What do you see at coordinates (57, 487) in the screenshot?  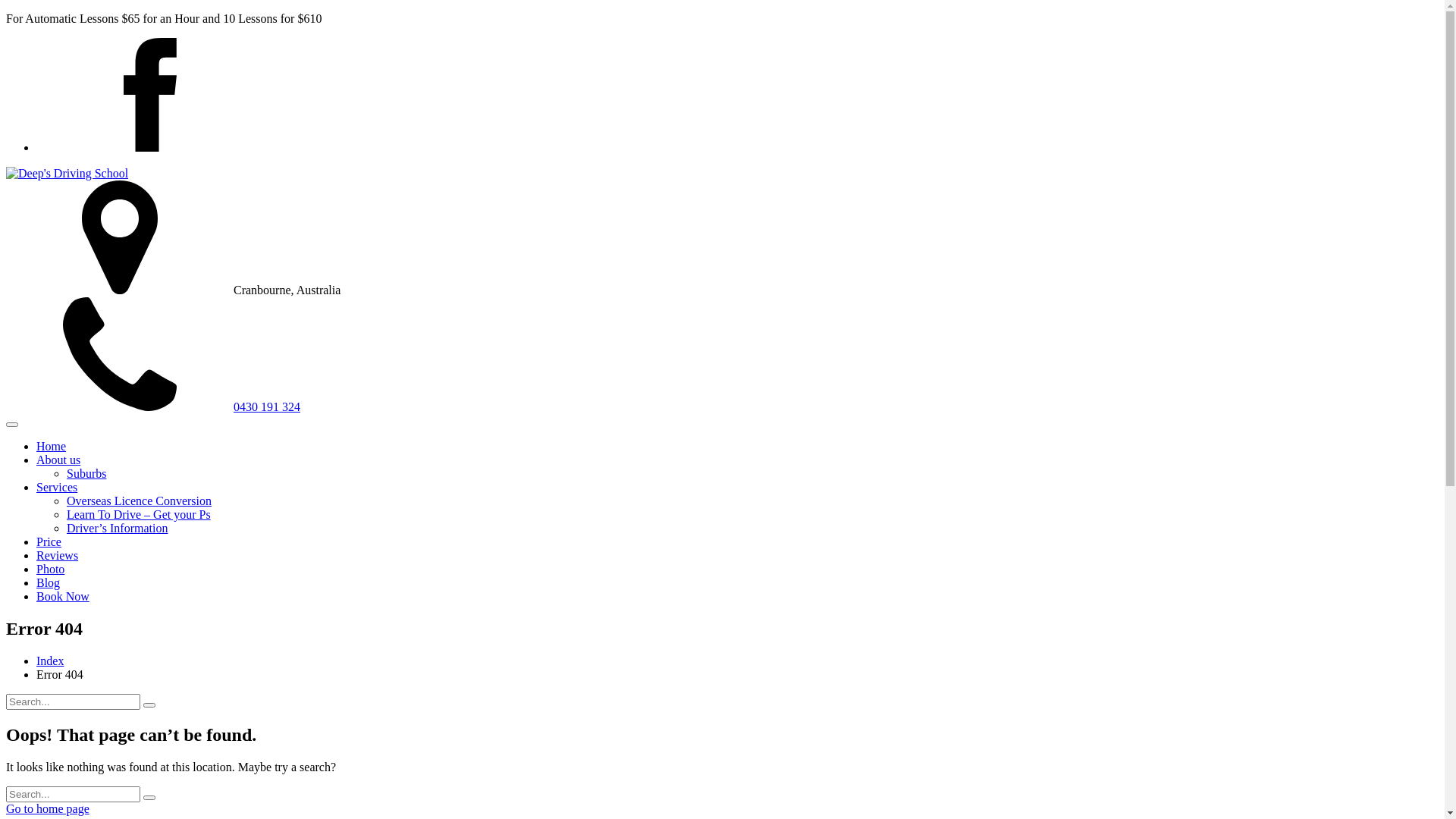 I see `'Services'` at bounding box center [57, 487].